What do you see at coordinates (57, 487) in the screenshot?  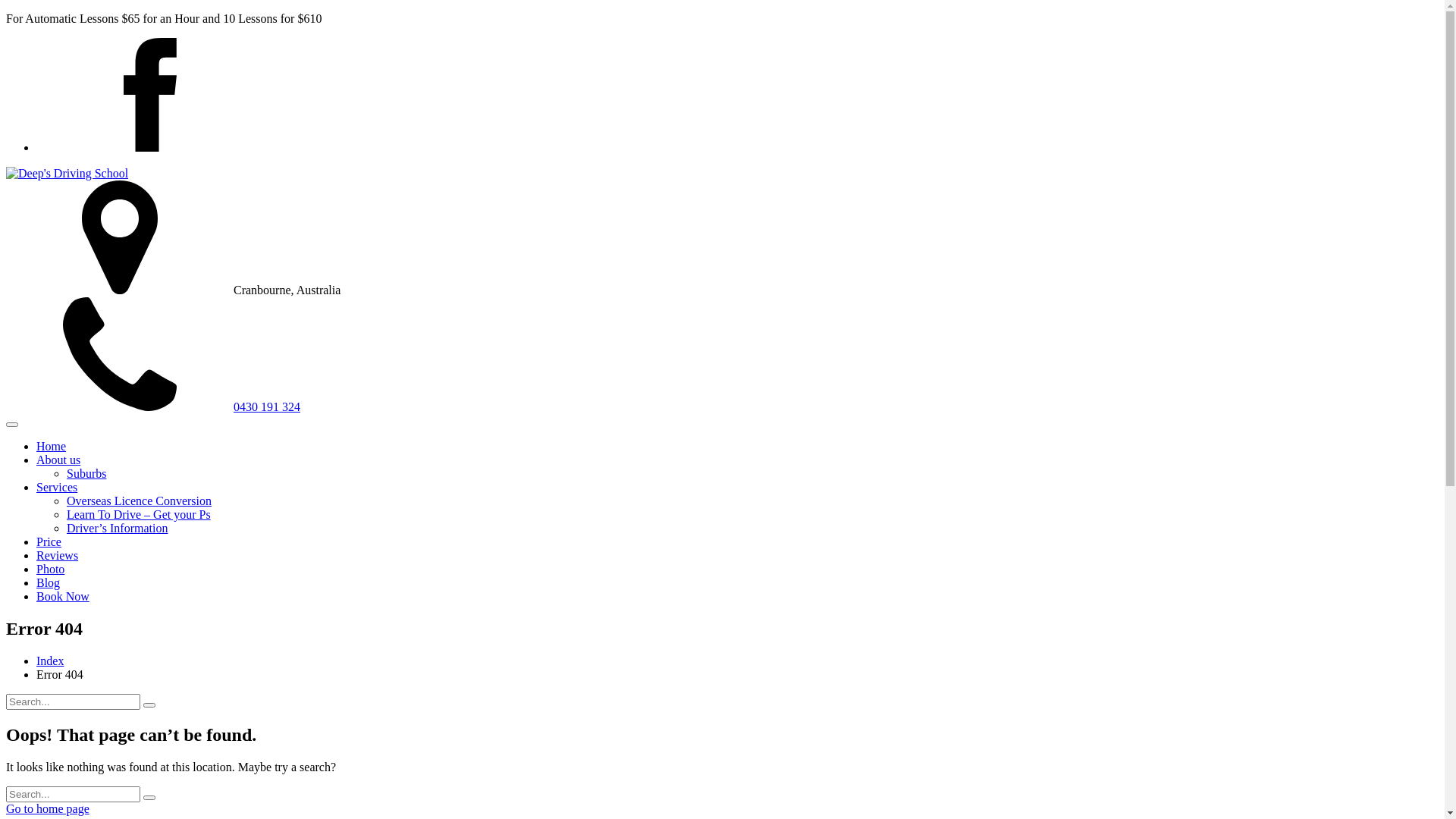 I see `'Services'` at bounding box center [57, 487].